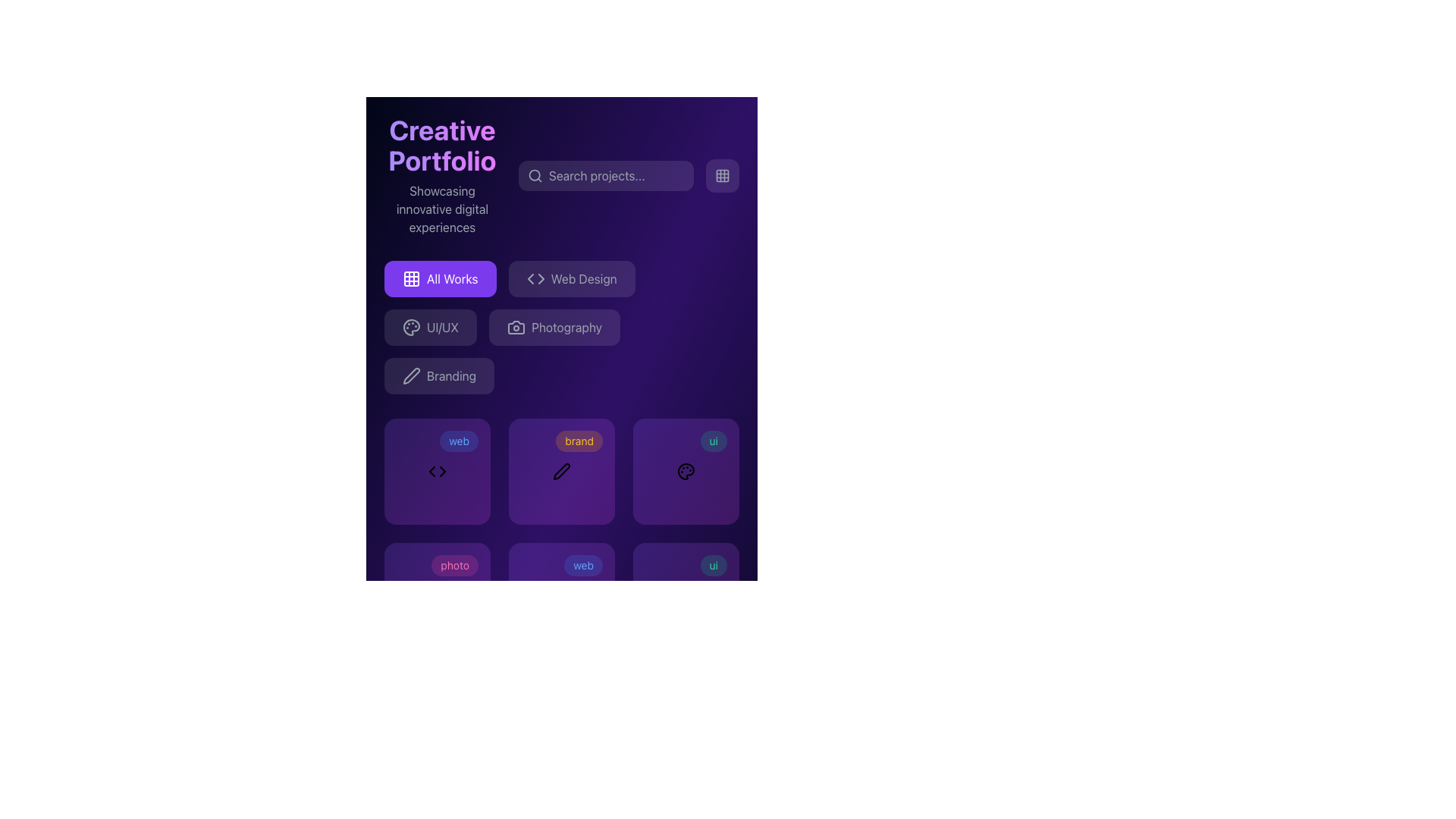  What do you see at coordinates (442, 470) in the screenshot?
I see `the triangular right arrow icon in the SVG graphic to interact with it` at bounding box center [442, 470].